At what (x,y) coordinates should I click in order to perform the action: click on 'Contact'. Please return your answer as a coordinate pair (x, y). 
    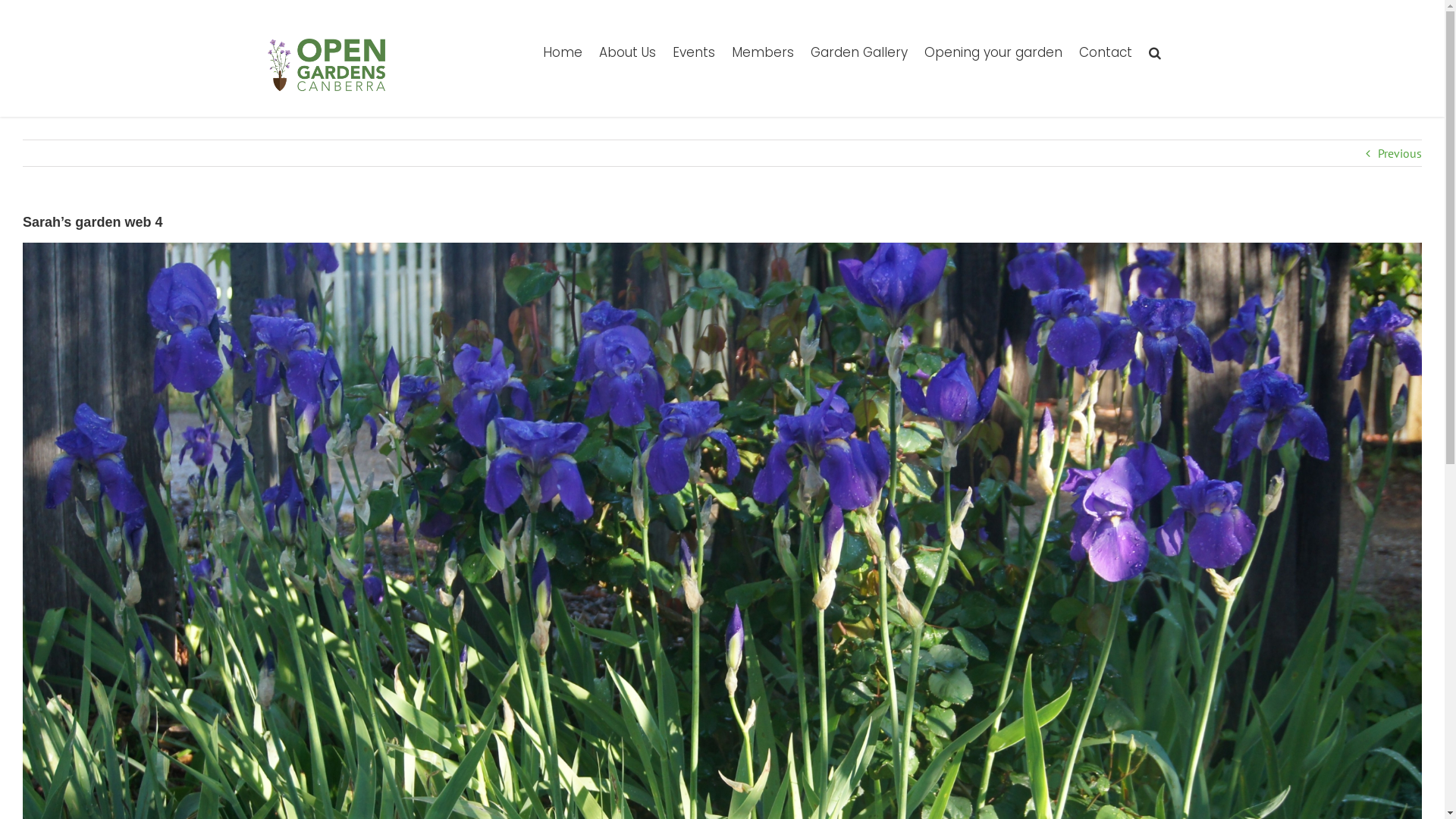
    Looking at the image, I should click on (1105, 51).